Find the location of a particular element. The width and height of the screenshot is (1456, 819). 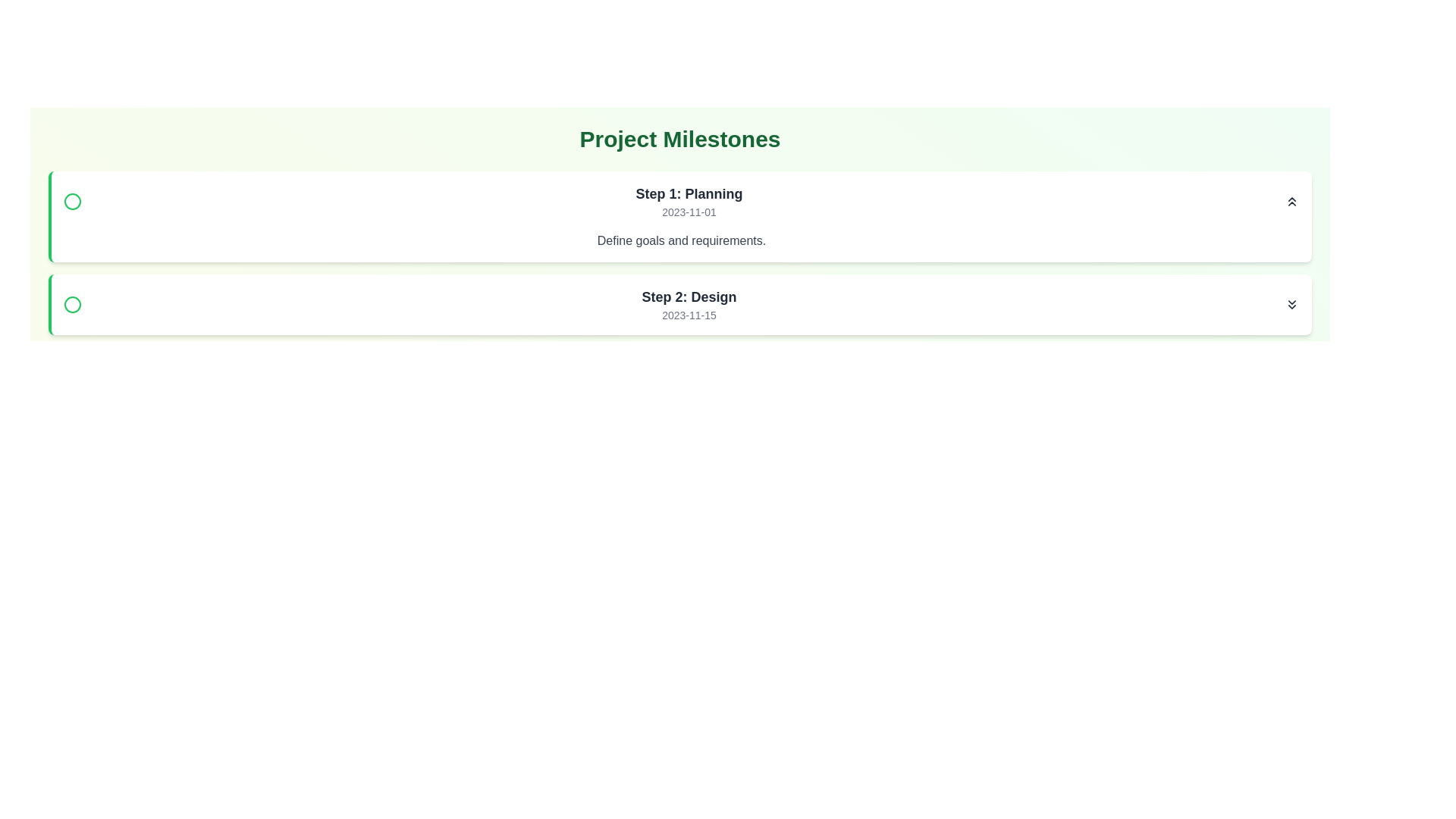

title and date displayed in the first milestone card under the 'Project Milestones' heading, positioned right after a green circular icon is located at coordinates (688, 201).